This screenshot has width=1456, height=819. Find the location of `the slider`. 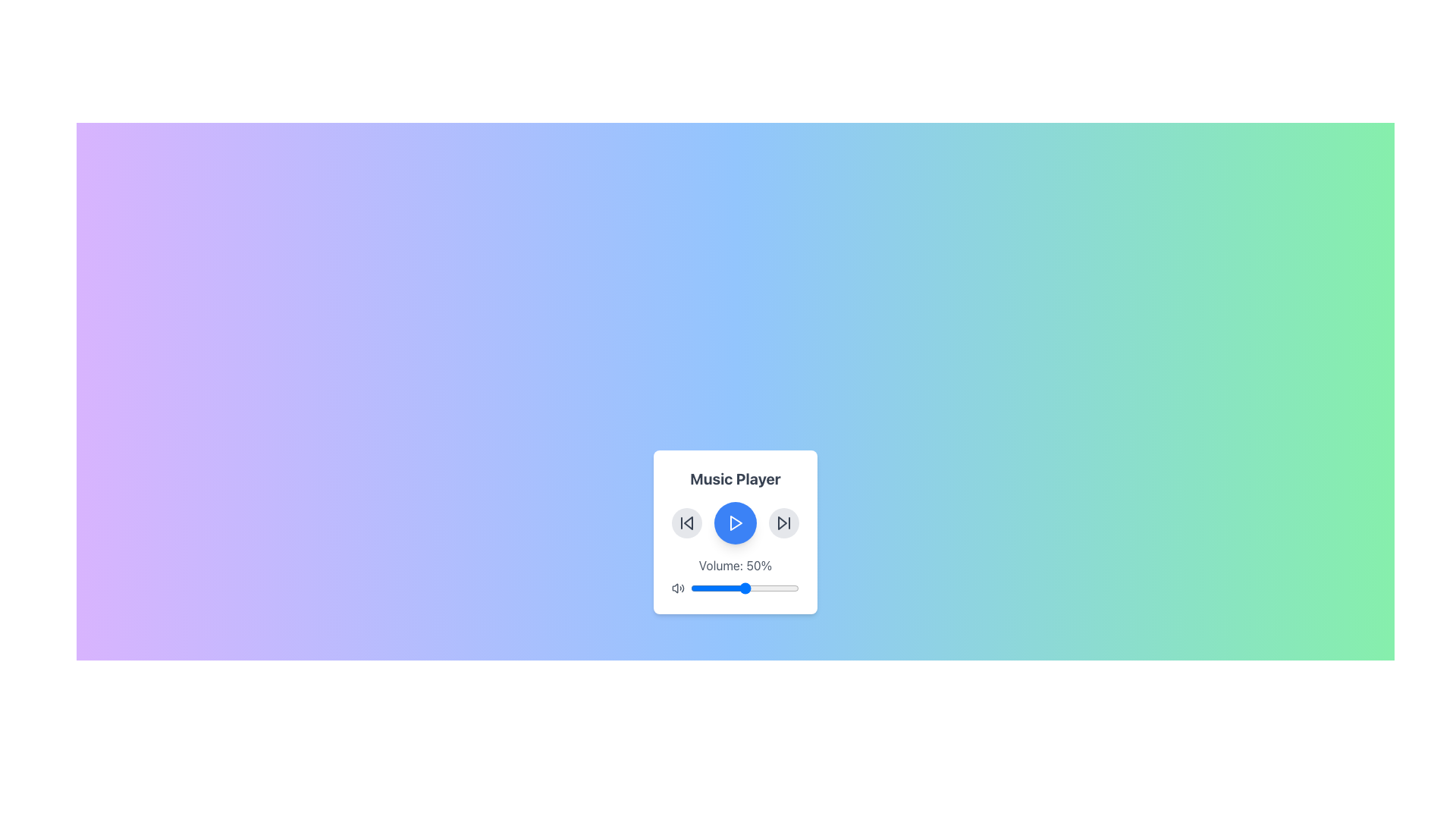

the slider is located at coordinates (797, 587).